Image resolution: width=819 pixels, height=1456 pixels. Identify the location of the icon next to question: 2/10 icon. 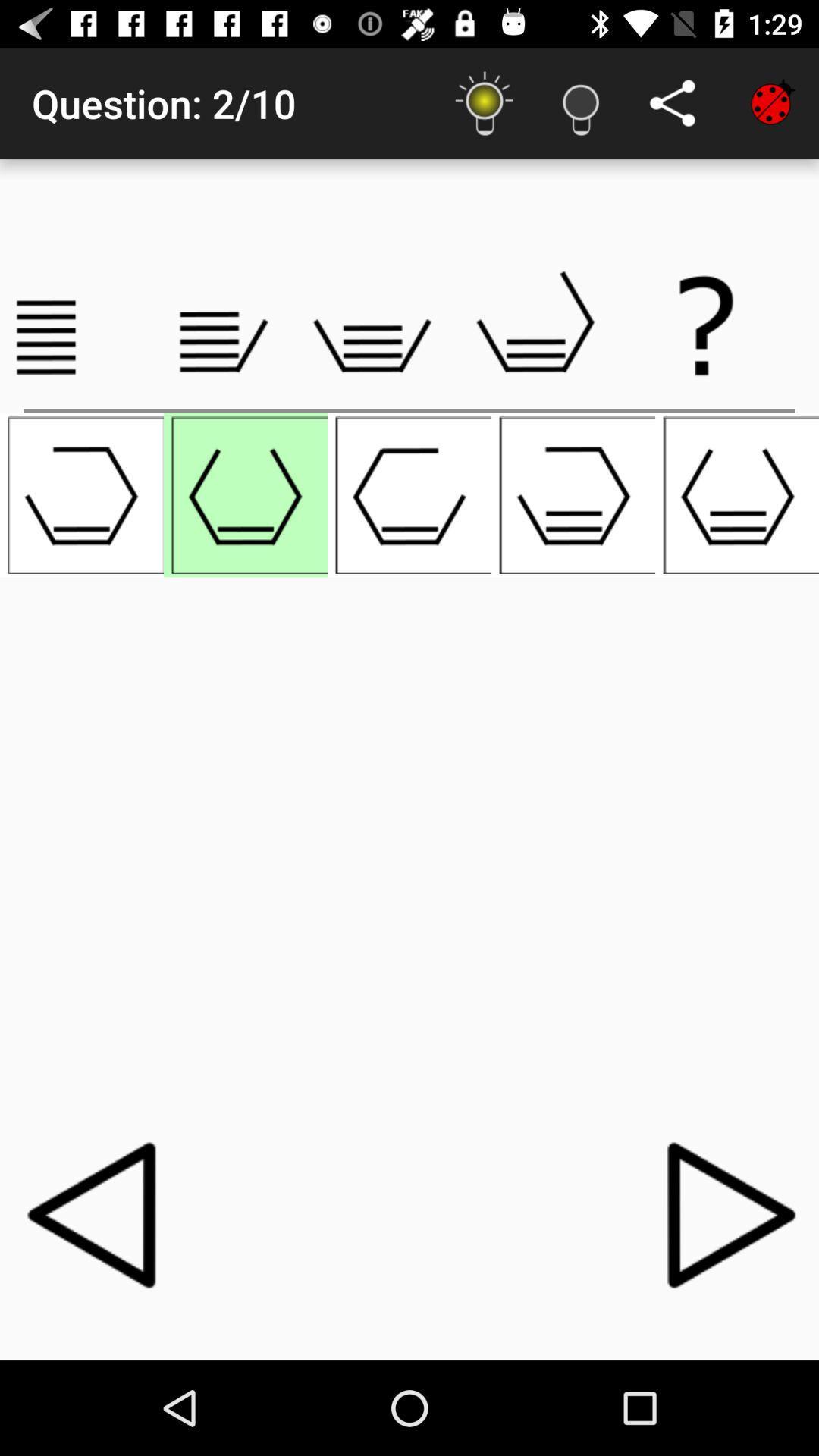
(485, 102).